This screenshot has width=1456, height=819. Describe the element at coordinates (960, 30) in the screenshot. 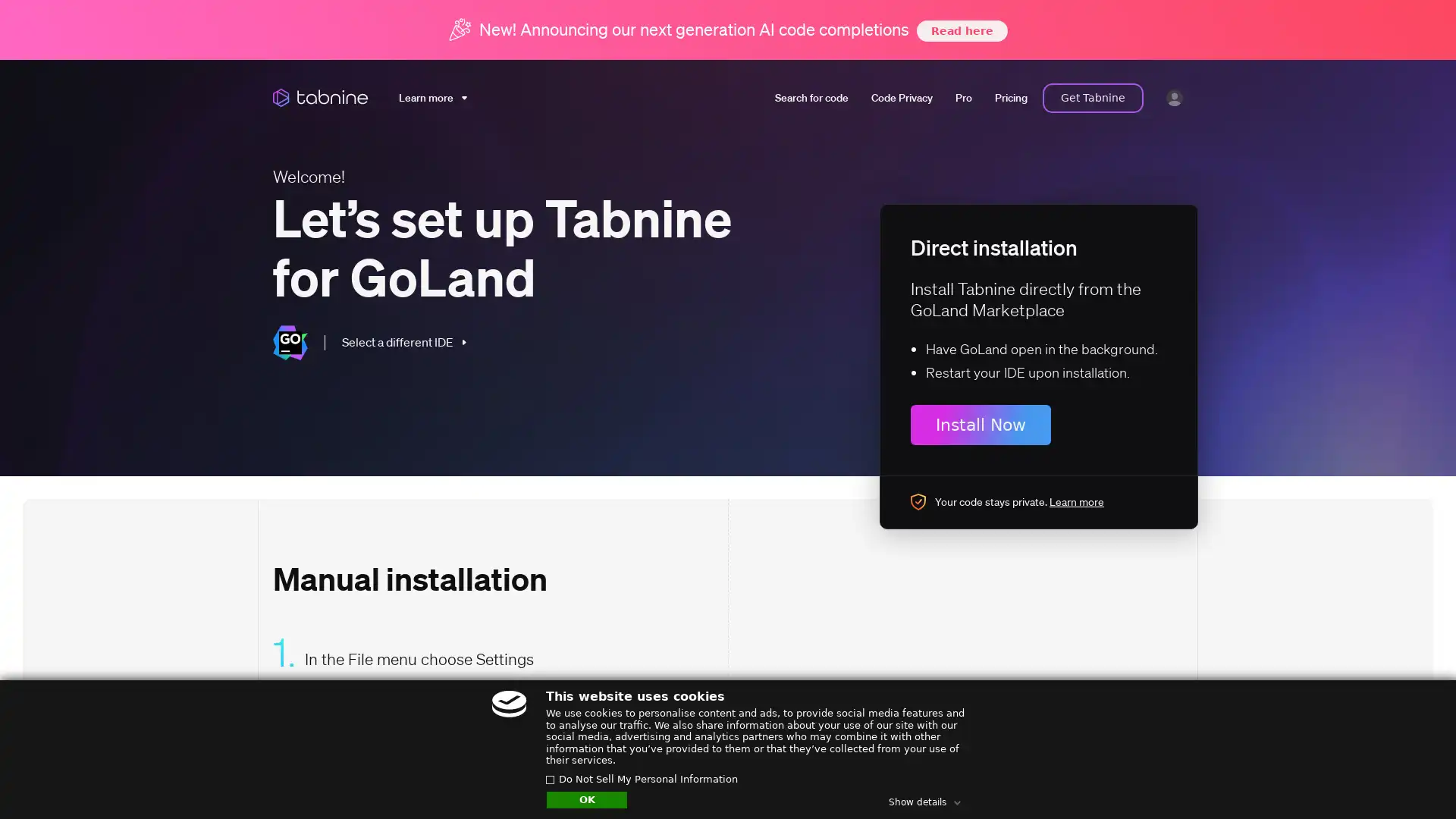

I see `Read here` at that location.